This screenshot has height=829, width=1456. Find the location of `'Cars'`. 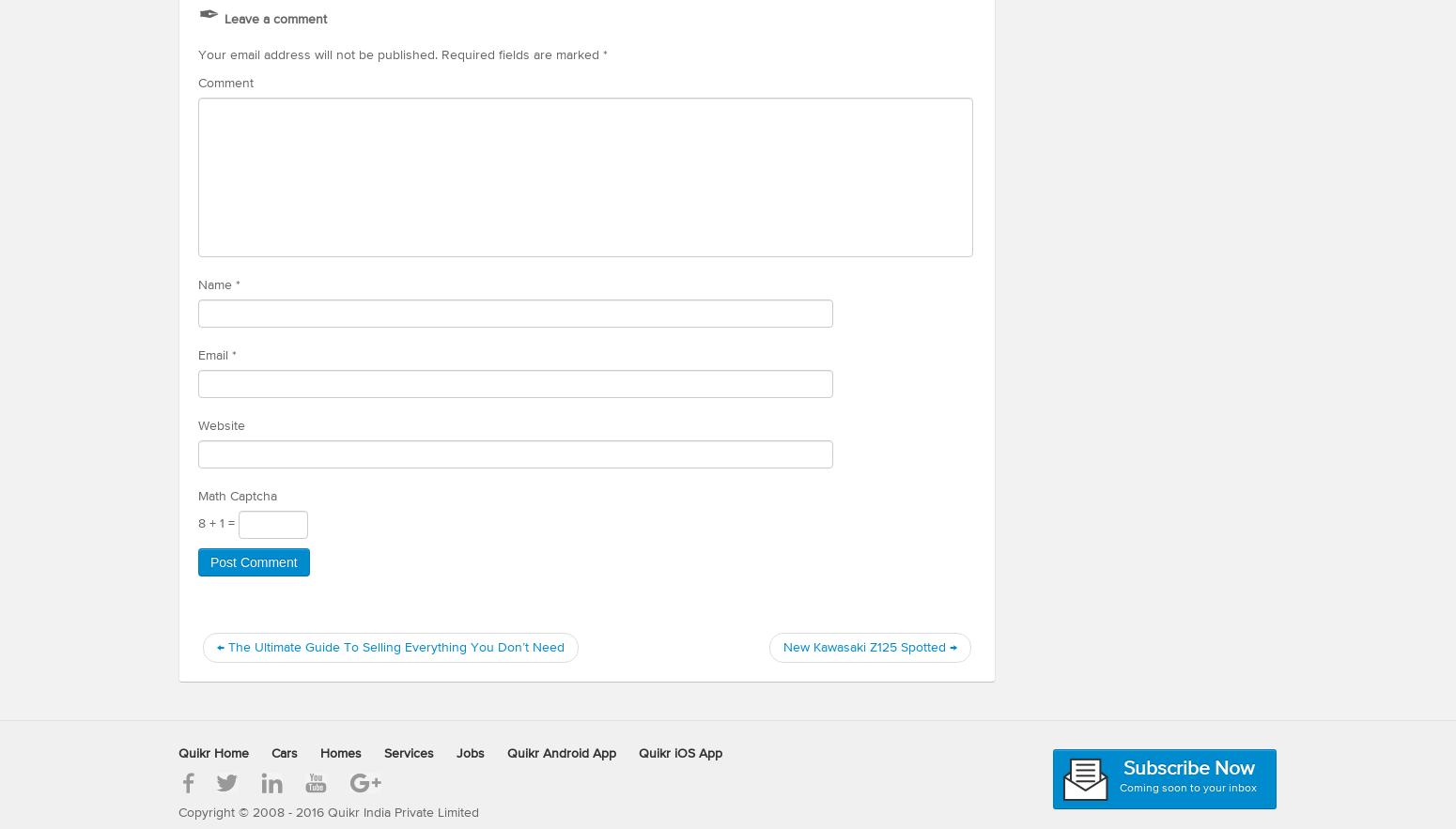

'Cars' is located at coordinates (285, 752).